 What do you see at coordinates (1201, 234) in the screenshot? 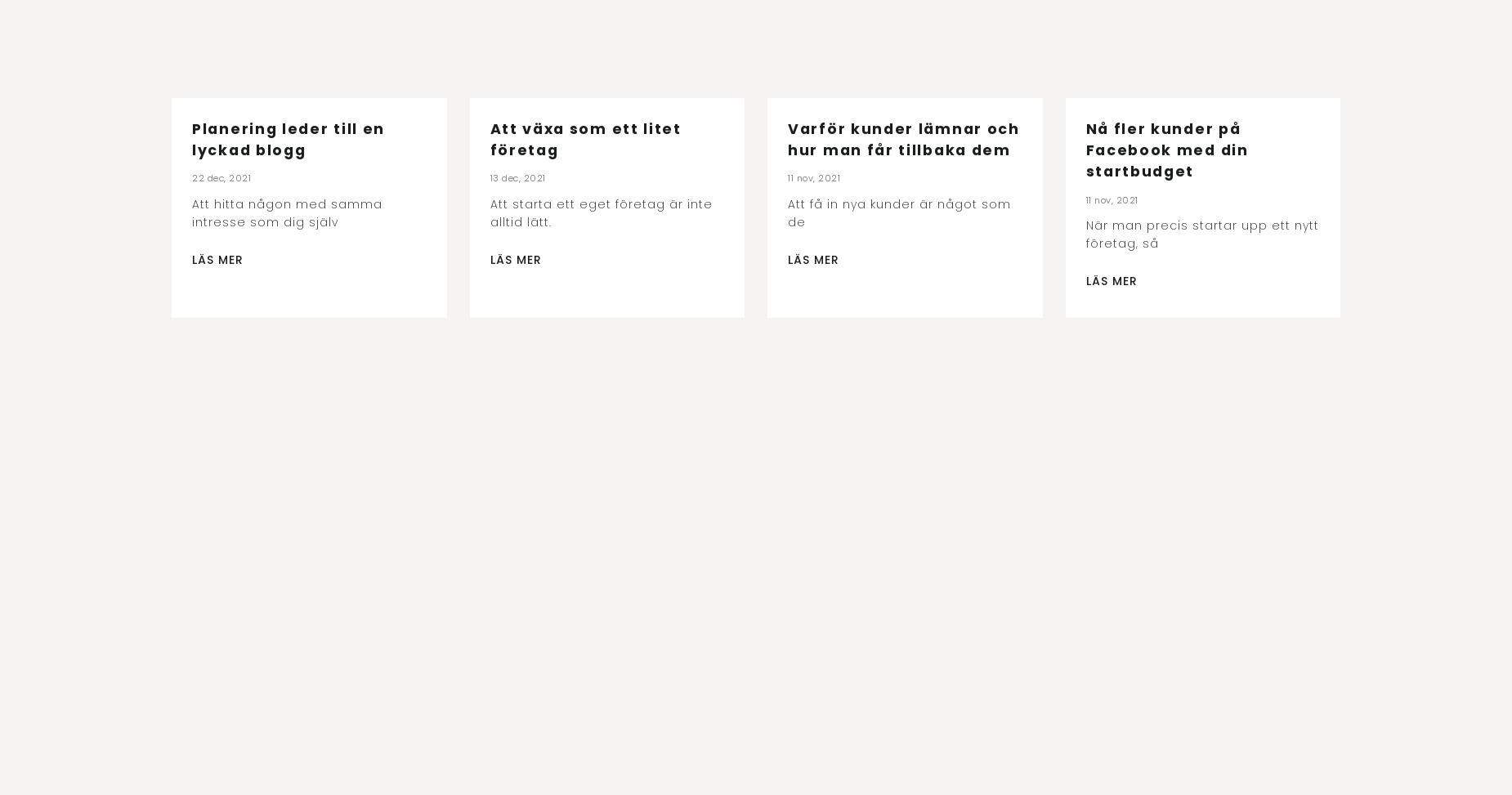
I see `'När man precis startar upp ett nytt företag, så'` at bounding box center [1201, 234].